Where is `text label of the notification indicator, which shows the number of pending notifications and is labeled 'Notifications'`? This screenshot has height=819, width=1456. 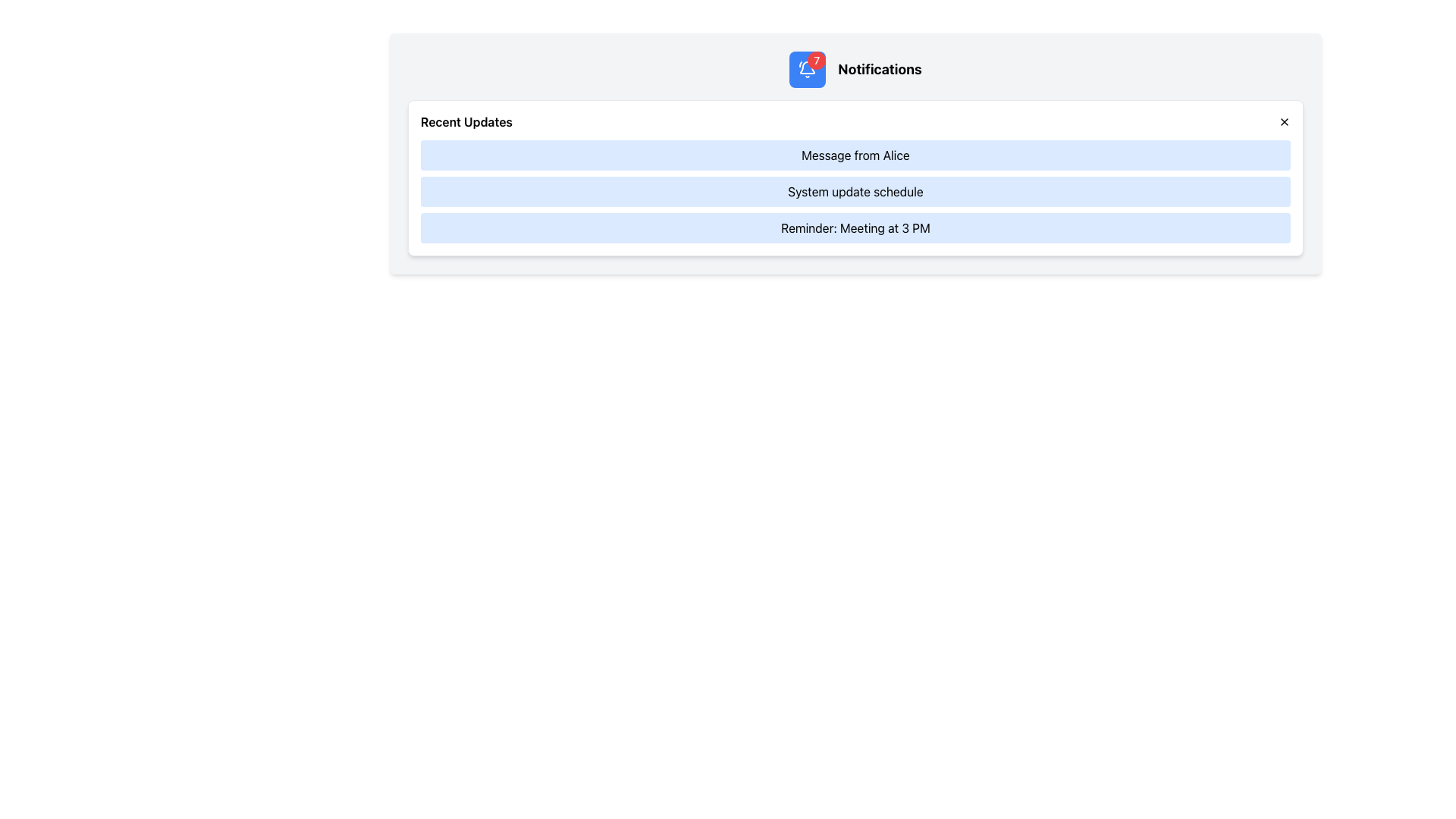 text label of the notification indicator, which shows the number of pending notifications and is labeled 'Notifications' is located at coordinates (855, 70).